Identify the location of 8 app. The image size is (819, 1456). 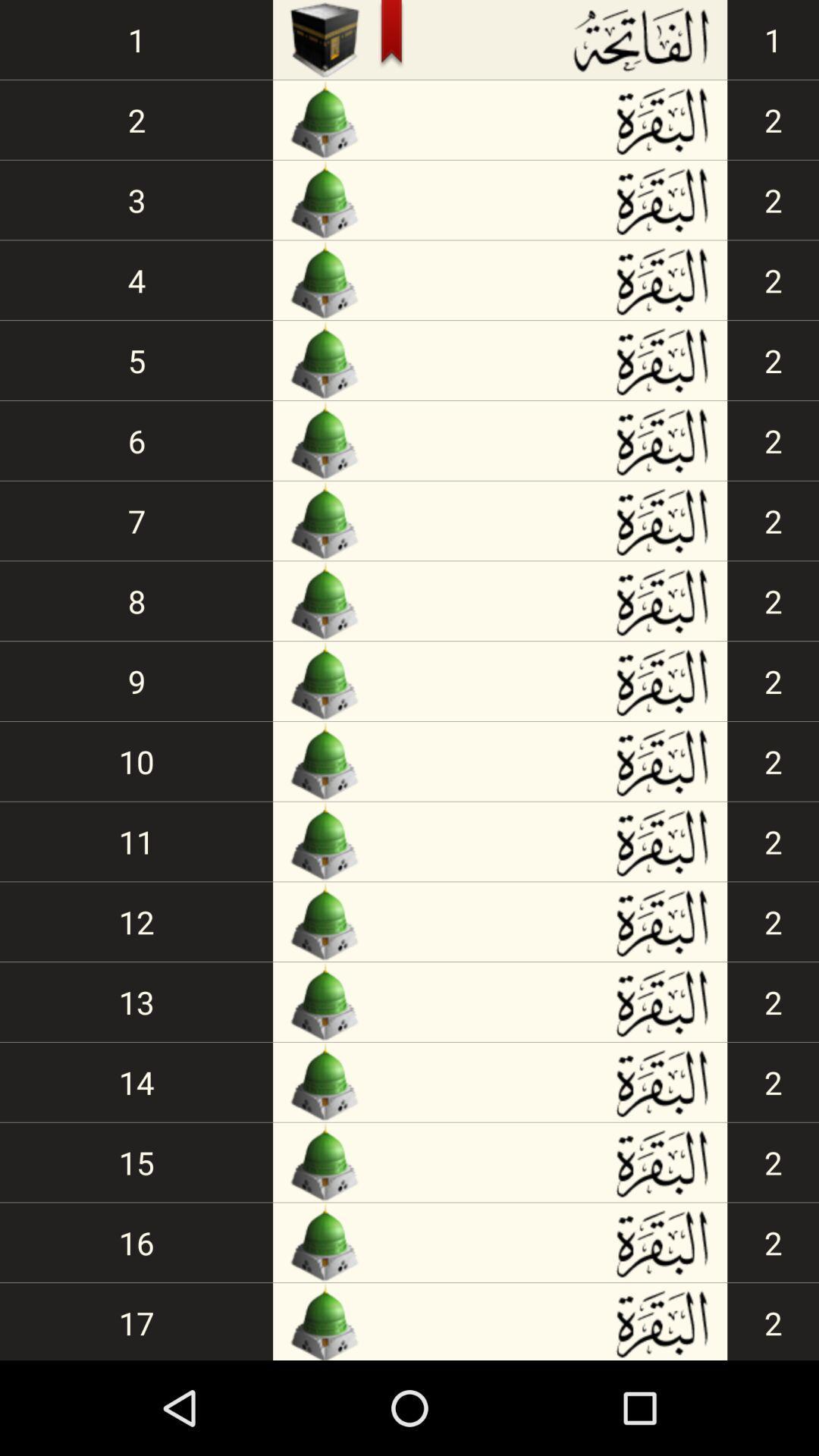
(136, 600).